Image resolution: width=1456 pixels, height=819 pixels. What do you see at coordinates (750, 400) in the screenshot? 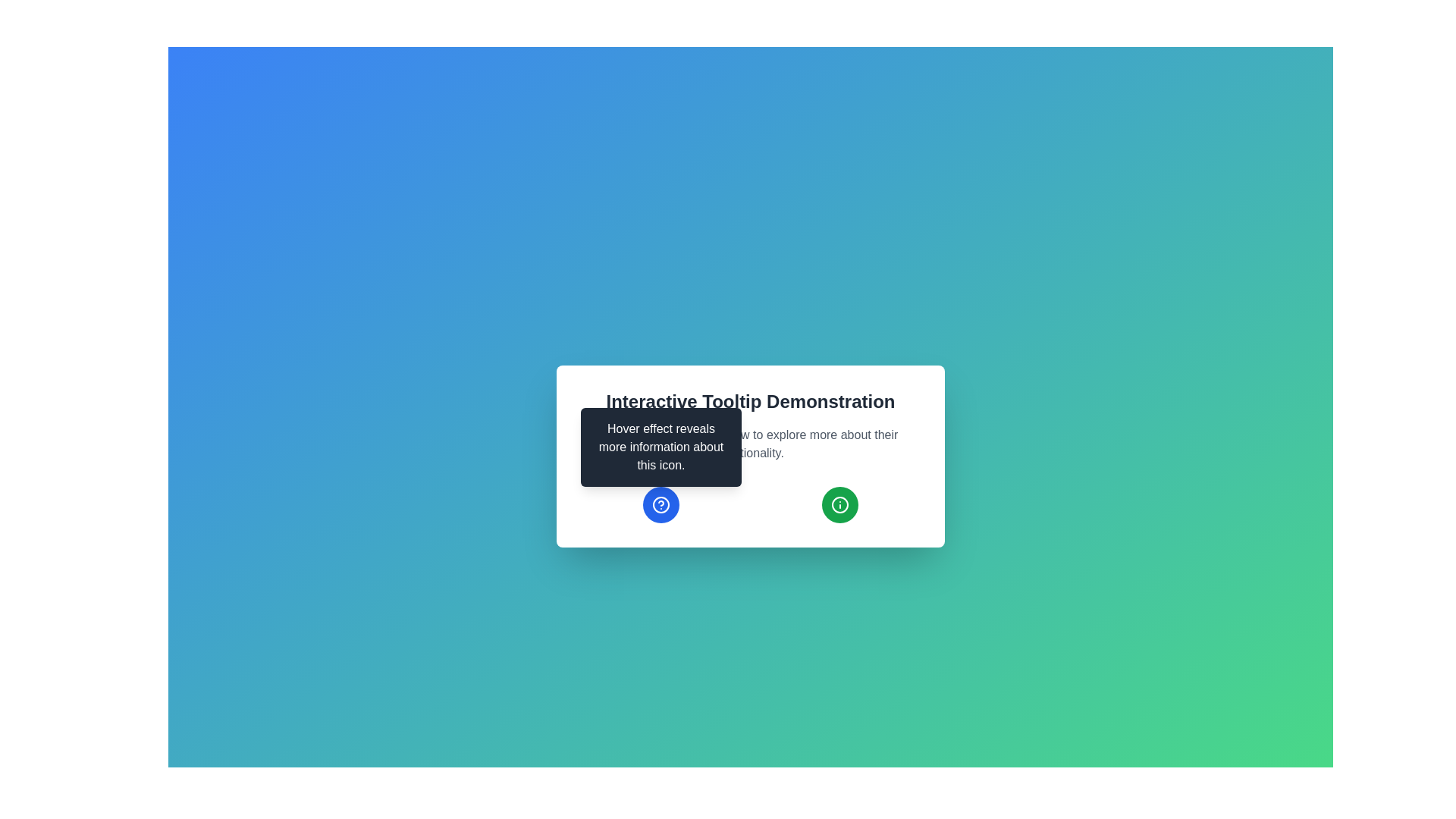
I see `title text that serves as a headline in the centered card layout, positioned above the secondary description and interactive icons` at bounding box center [750, 400].